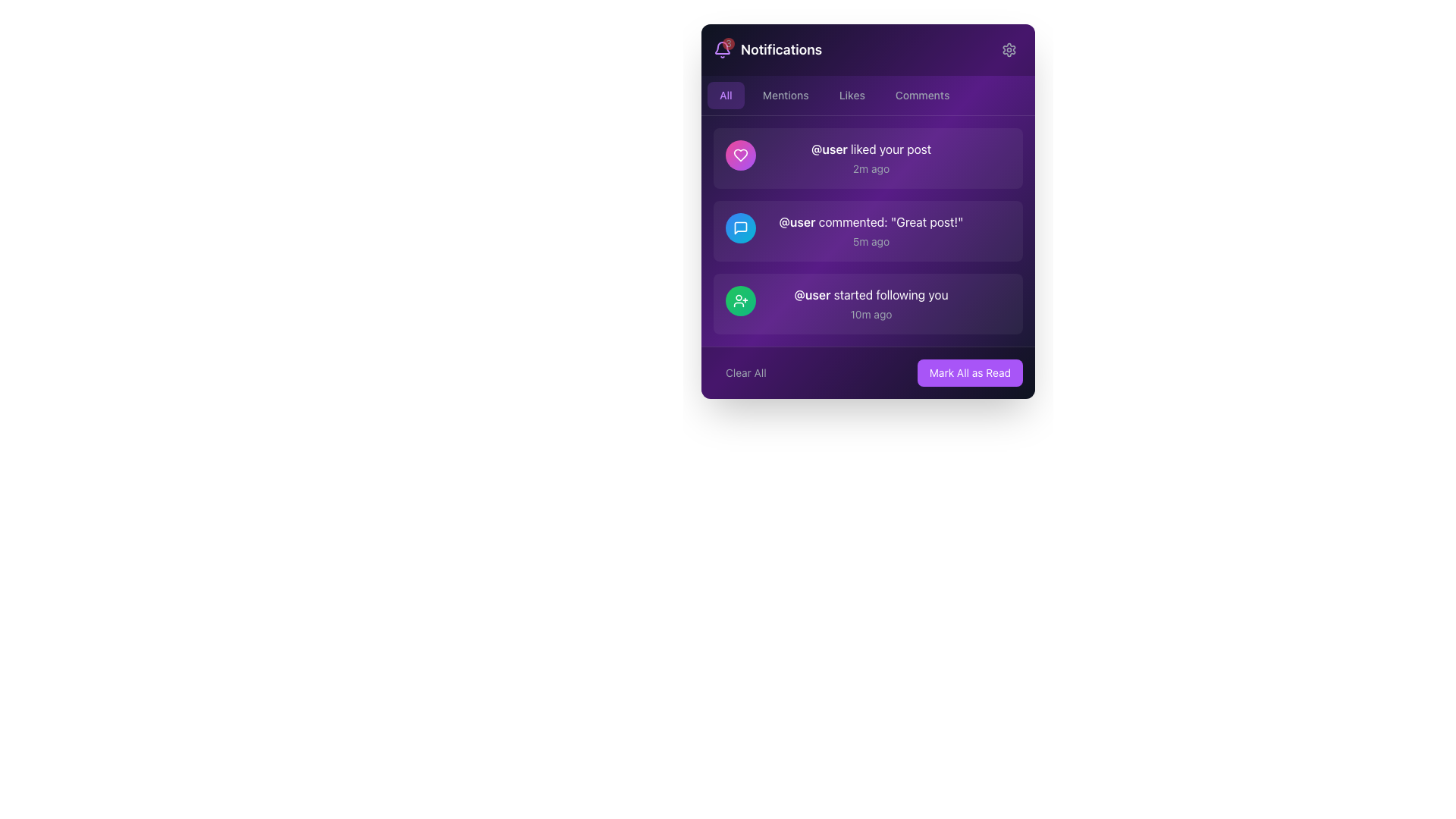 The image size is (1456, 819). What do you see at coordinates (781, 49) in the screenshot?
I see `text label displaying 'Notifications' in bold white font on a purple background to understand the section's purpose` at bounding box center [781, 49].